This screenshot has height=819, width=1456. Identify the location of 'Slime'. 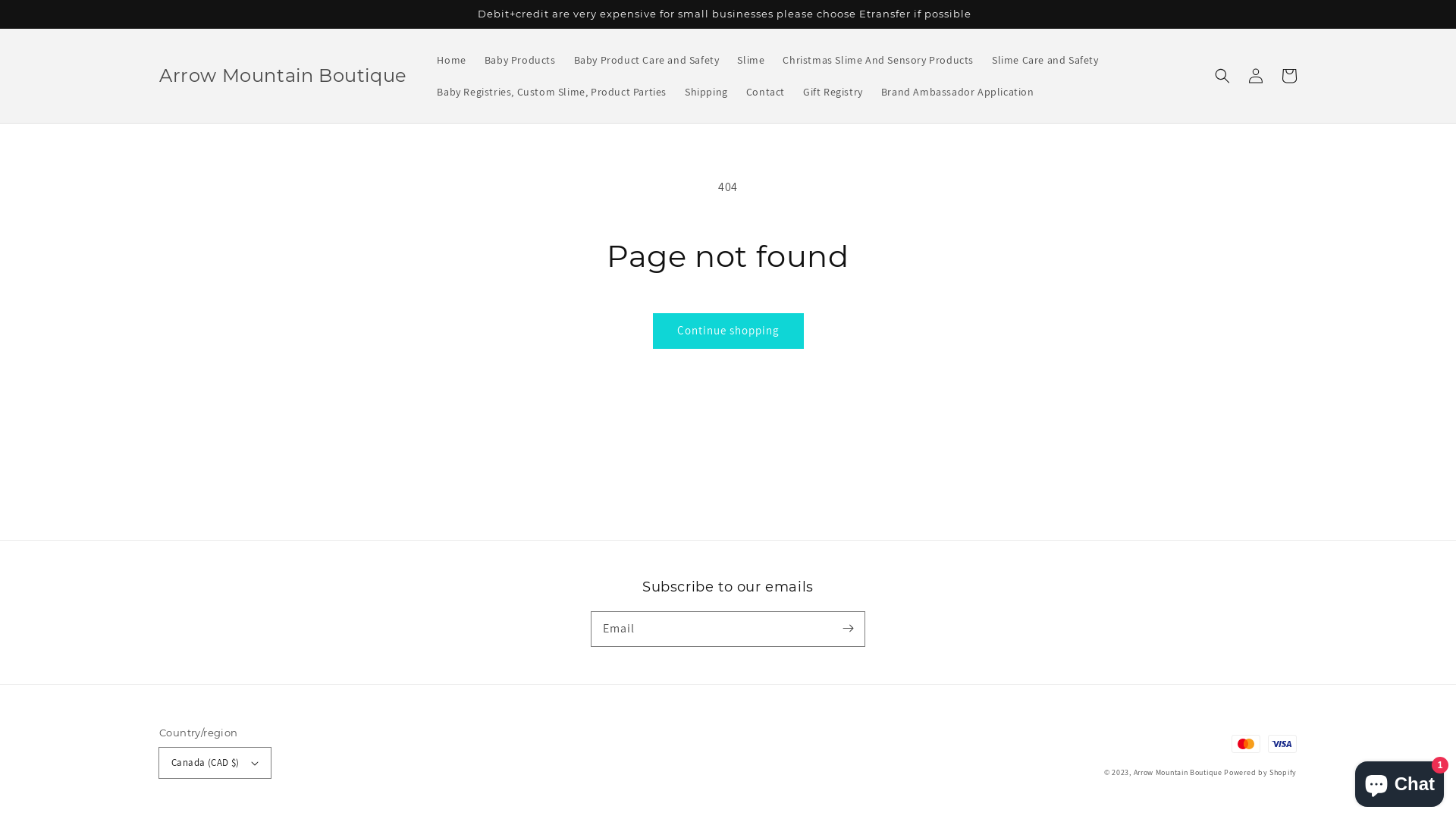
(750, 58).